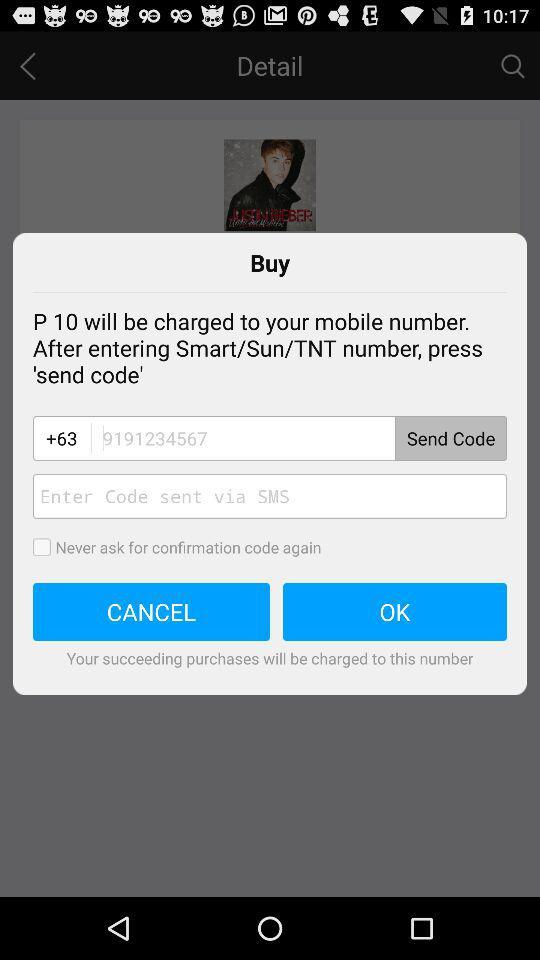 This screenshot has width=540, height=960. I want to click on the icon above your succeeding purchases app, so click(150, 611).